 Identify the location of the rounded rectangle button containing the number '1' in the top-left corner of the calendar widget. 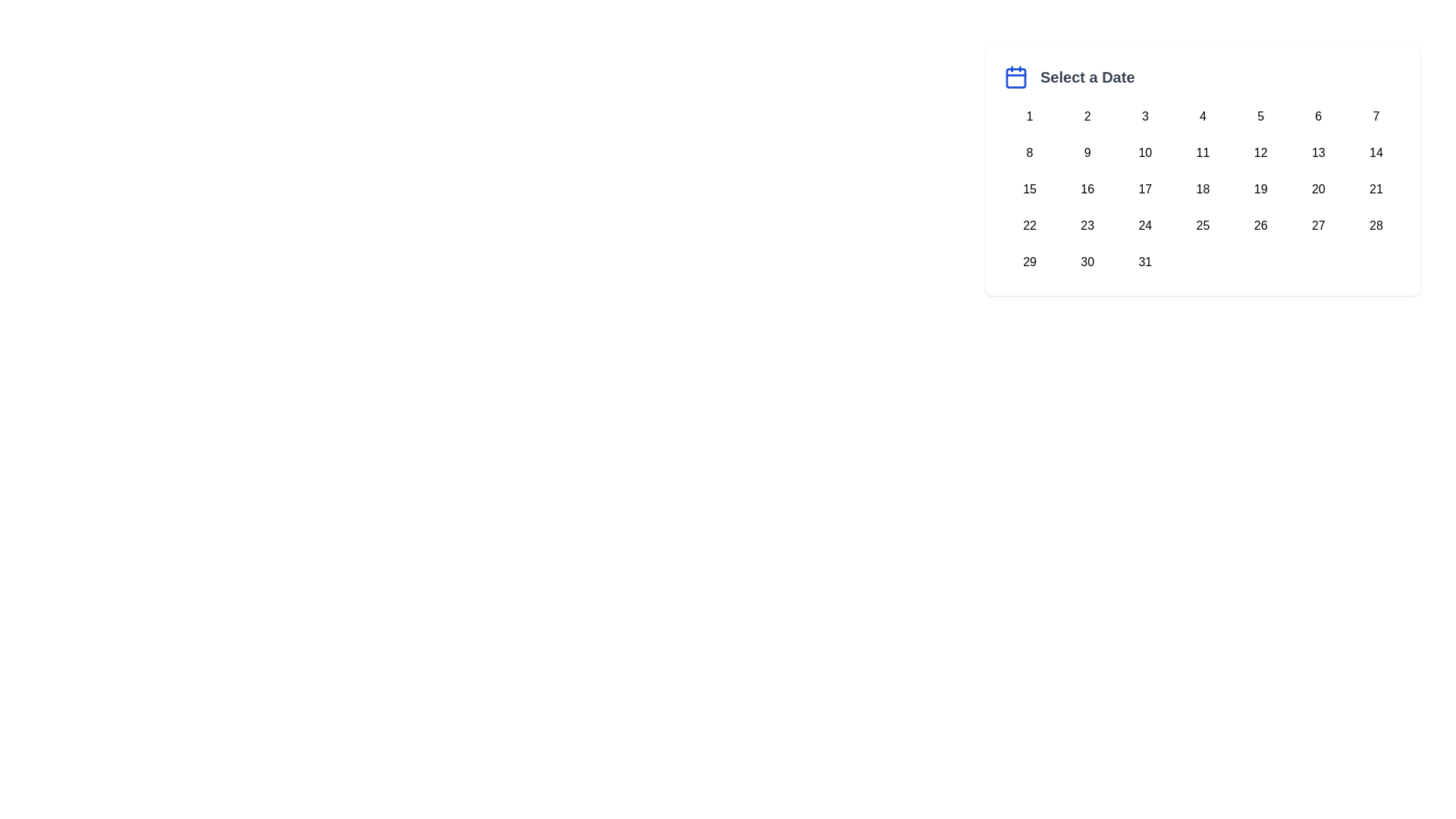
(1030, 116).